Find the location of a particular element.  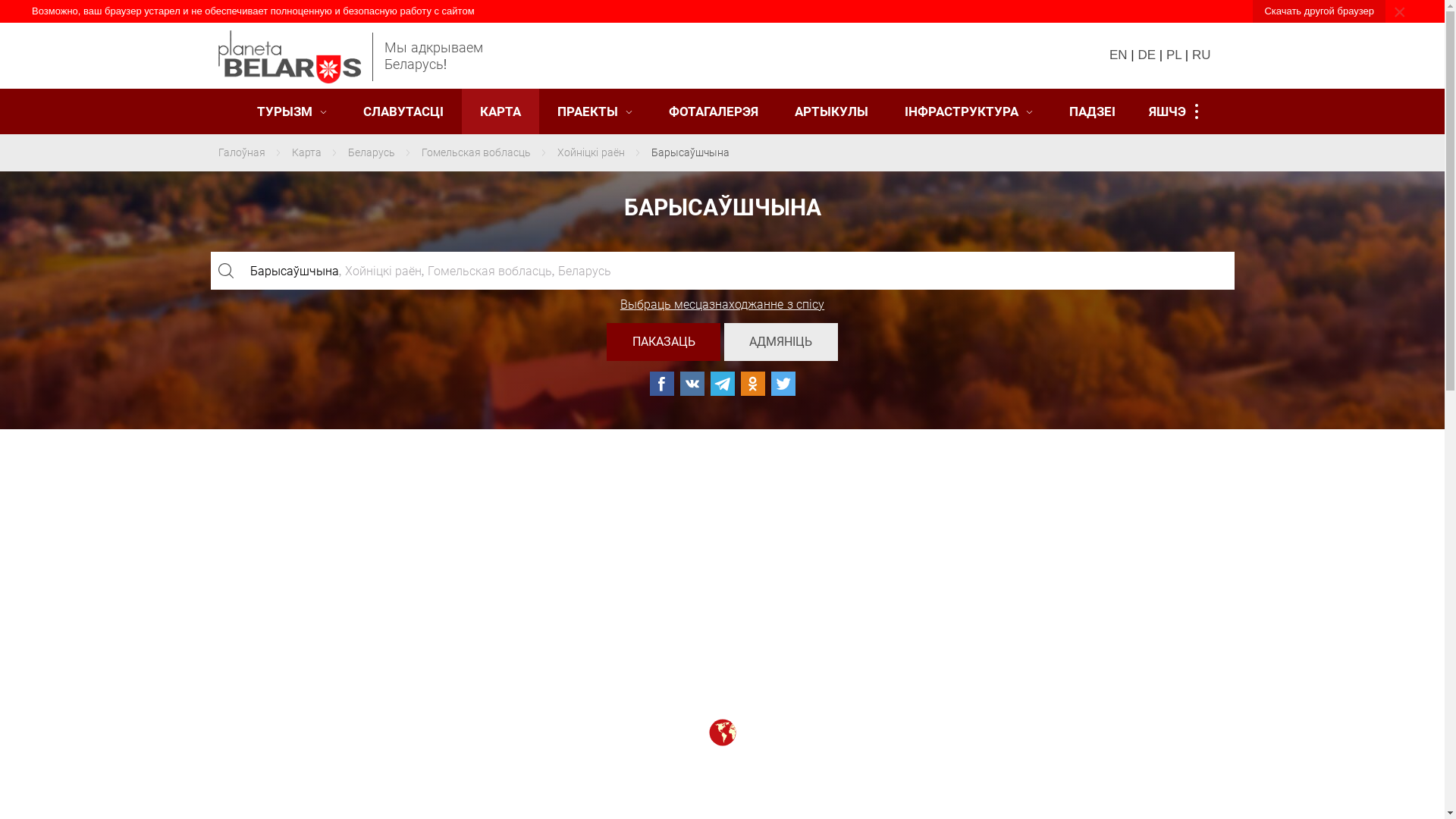

'DE' is located at coordinates (1147, 54).